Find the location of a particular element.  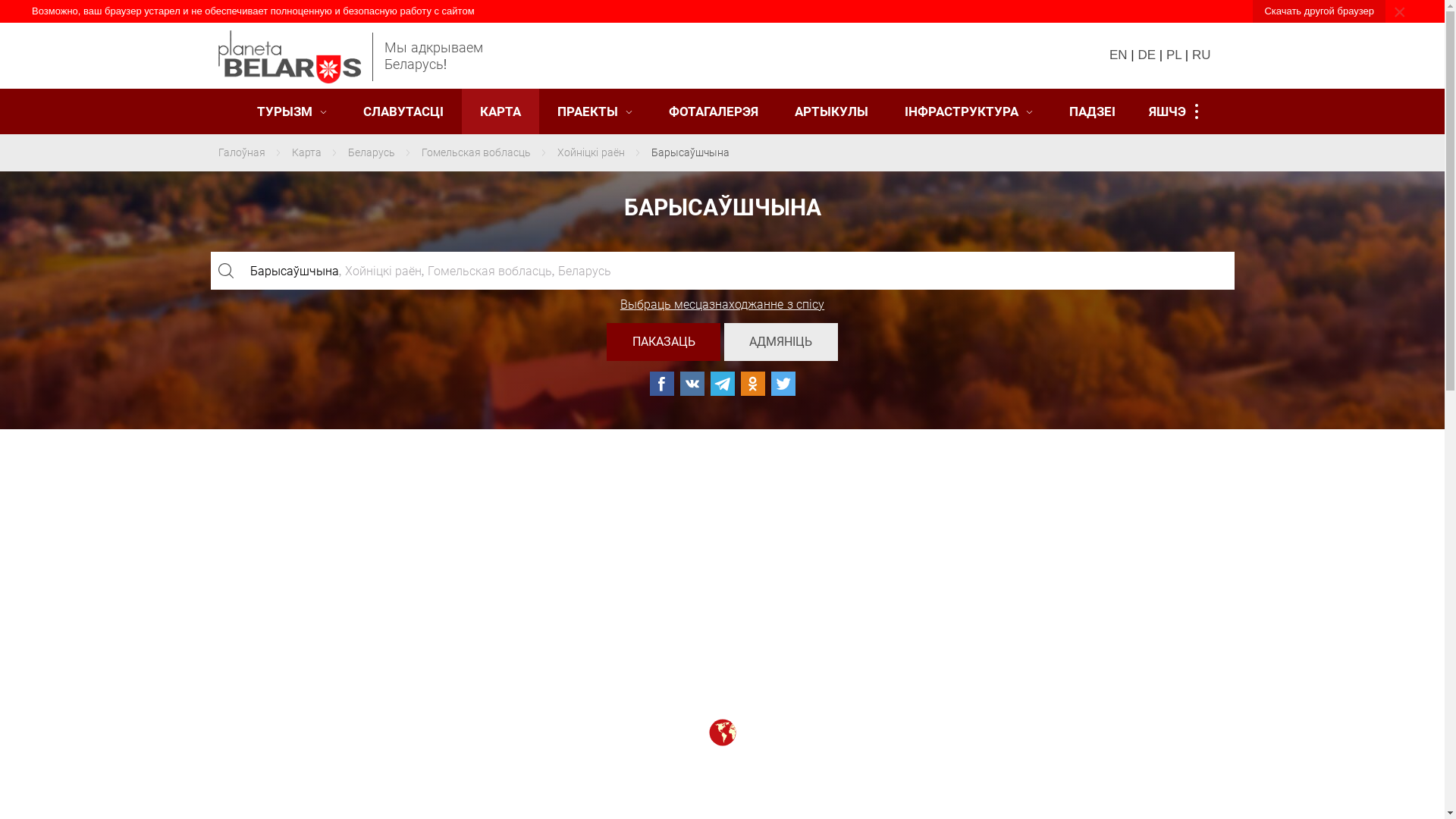

'DE' is located at coordinates (1147, 54).